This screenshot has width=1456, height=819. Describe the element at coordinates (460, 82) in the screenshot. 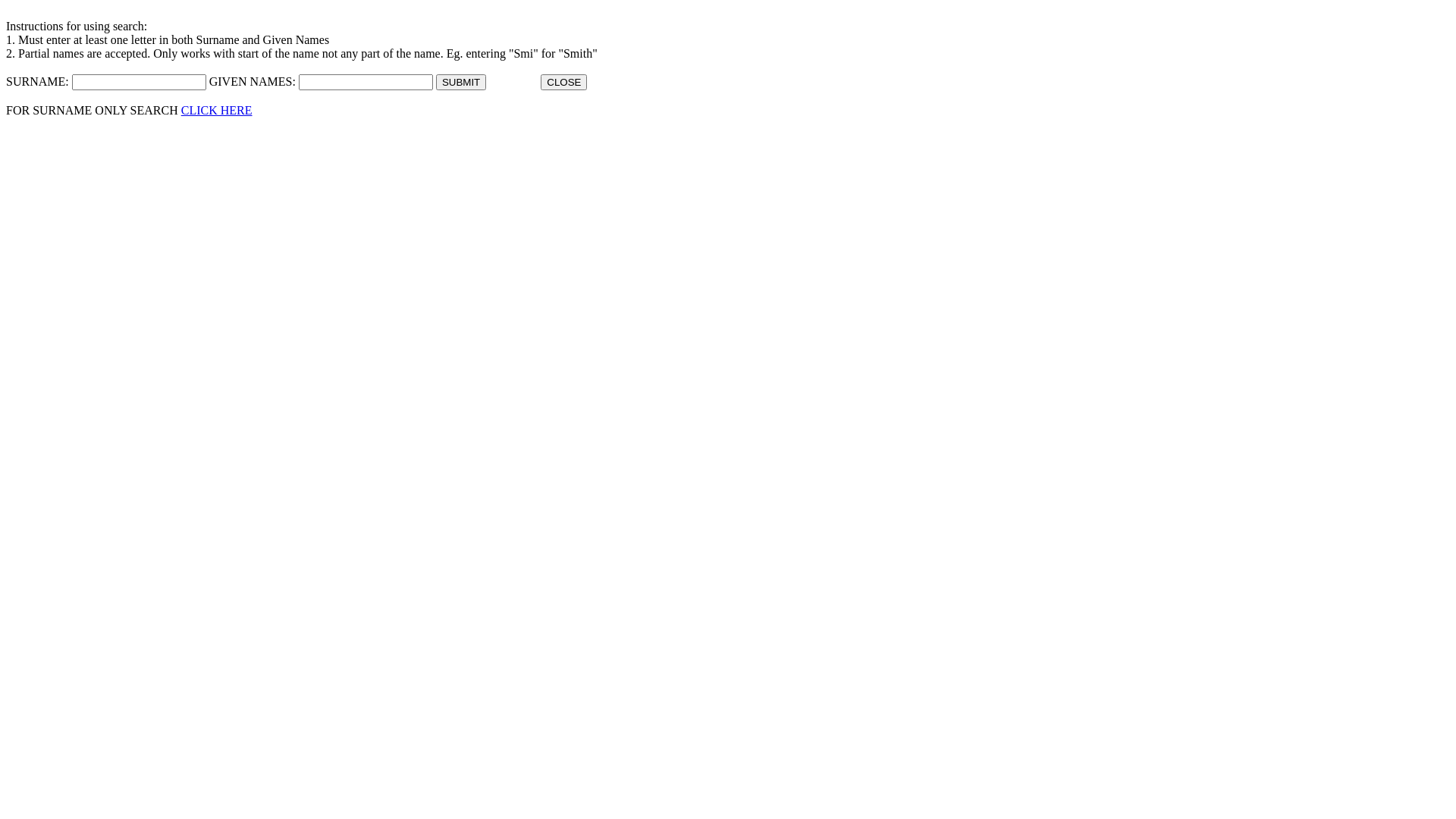

I see `'SUBMIT'` at that location.